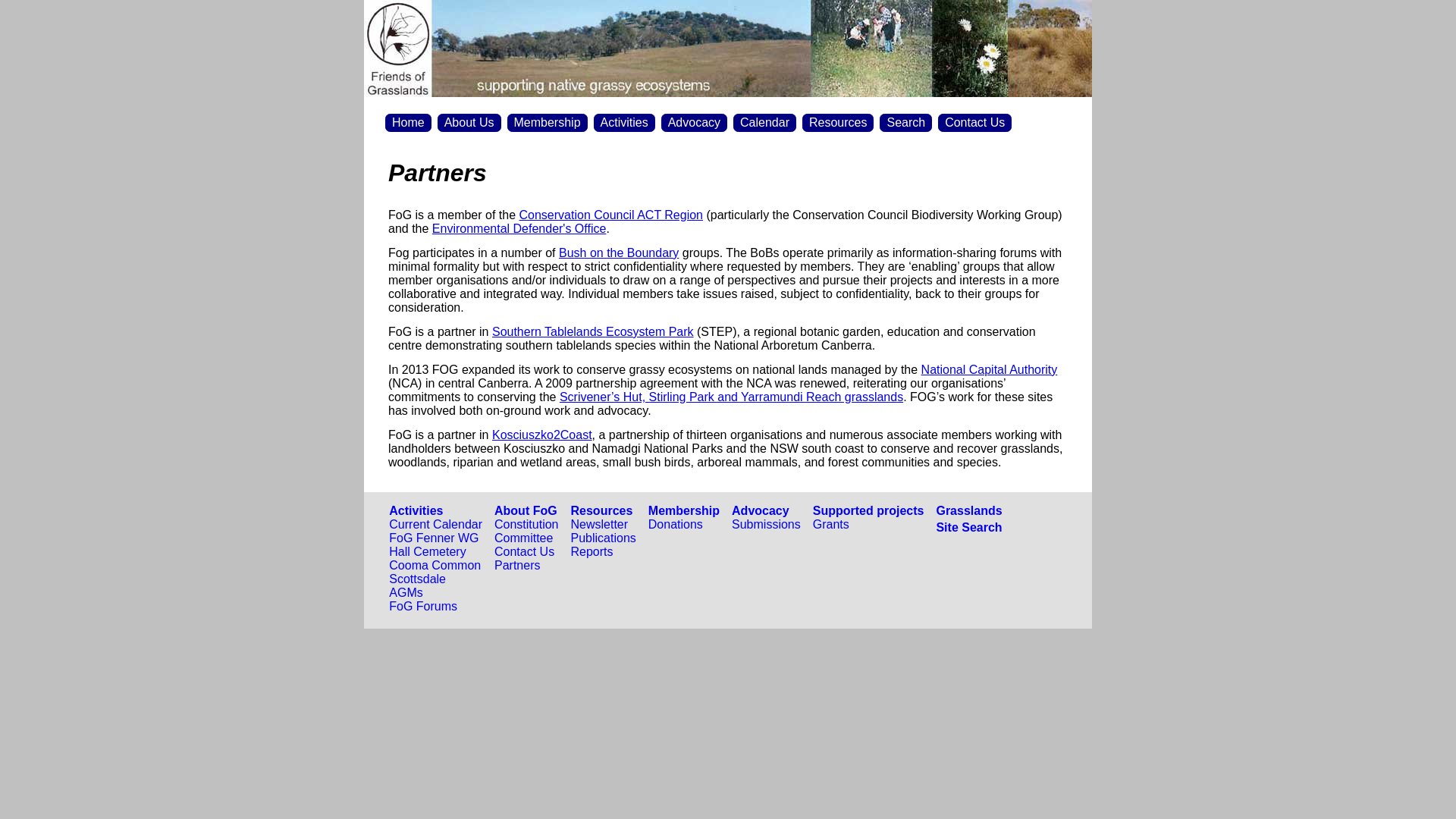 Image resolution: width=1456 pixels, height=819 pixels. Describe the element at coordinates (968, 526) in the screenshot. I see `'Site Search'` at that location.